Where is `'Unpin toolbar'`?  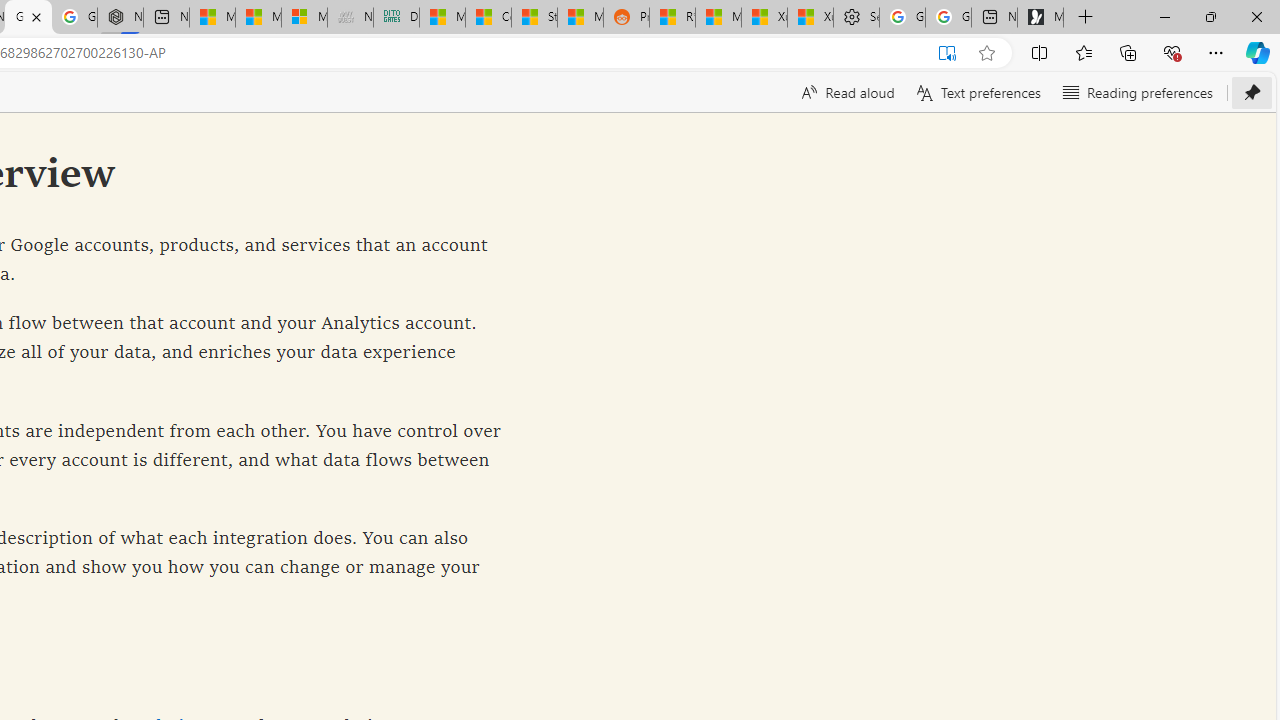
'Unpin toolbar' is located at coordinates (1251, 92).